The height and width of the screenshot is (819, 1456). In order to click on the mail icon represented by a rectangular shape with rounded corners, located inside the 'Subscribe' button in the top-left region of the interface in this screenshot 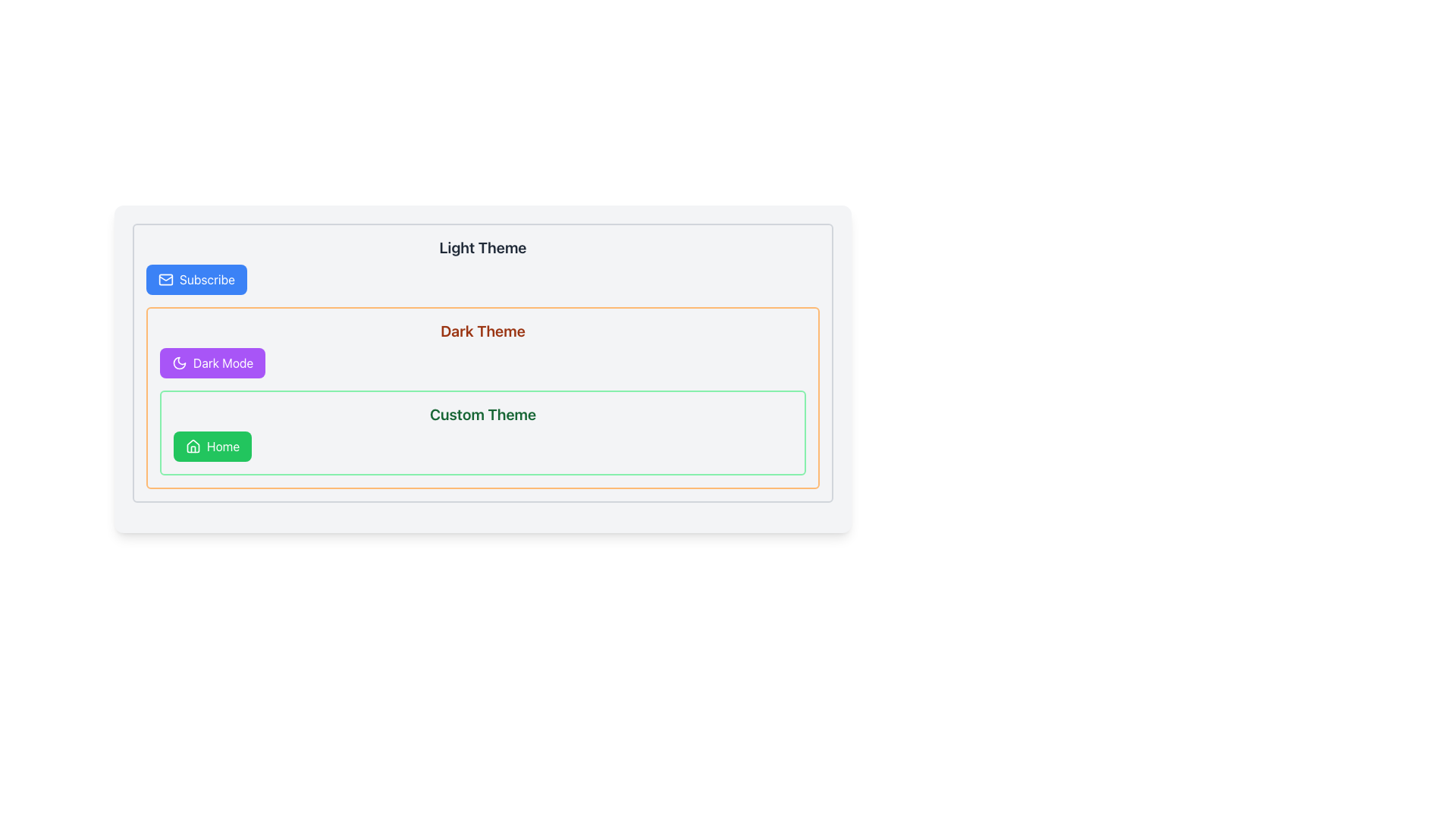, I will do `click(166, 280)`.